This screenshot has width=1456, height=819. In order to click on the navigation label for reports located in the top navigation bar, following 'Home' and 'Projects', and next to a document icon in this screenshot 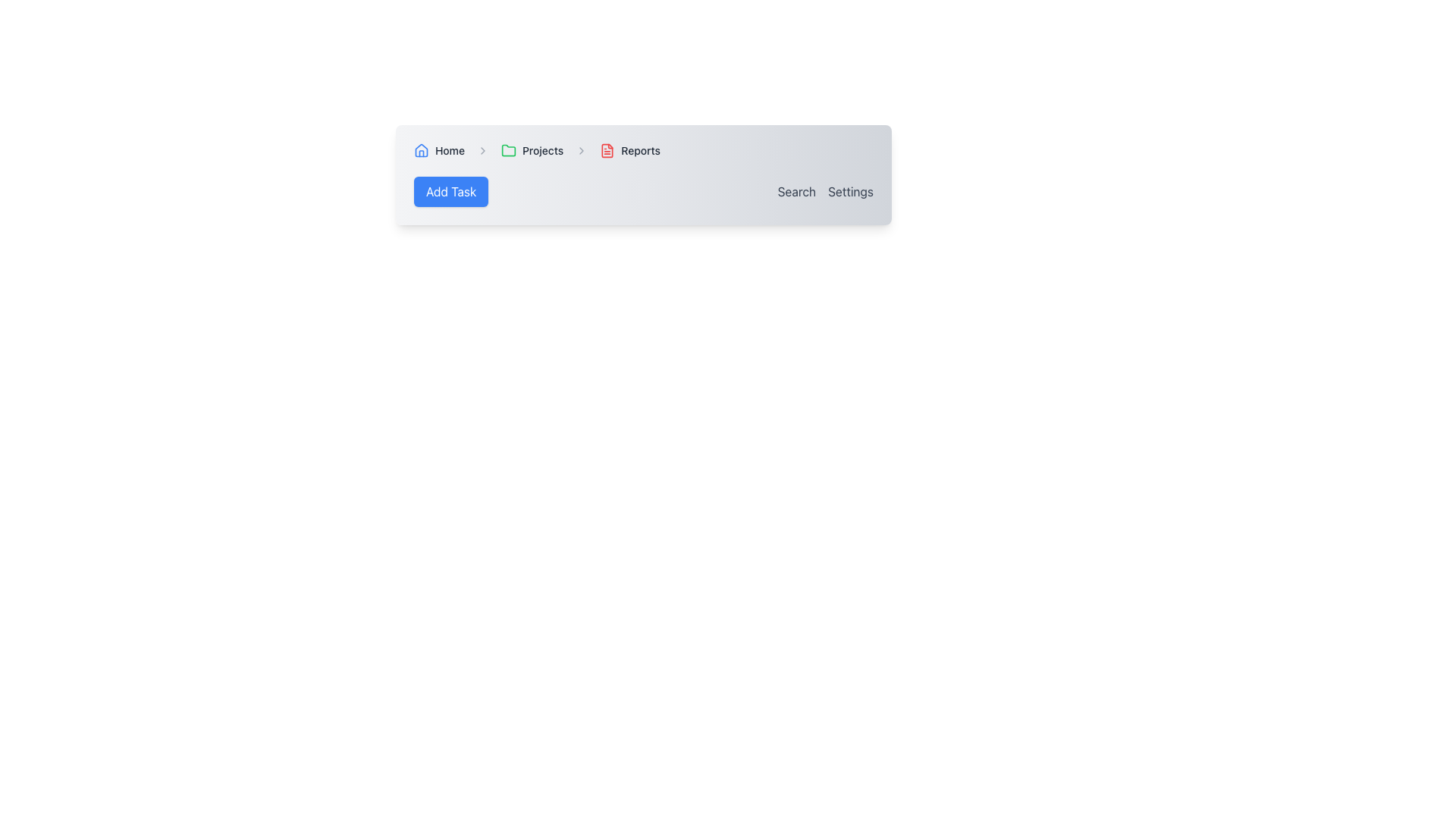, I will do `click(641, 151)`.